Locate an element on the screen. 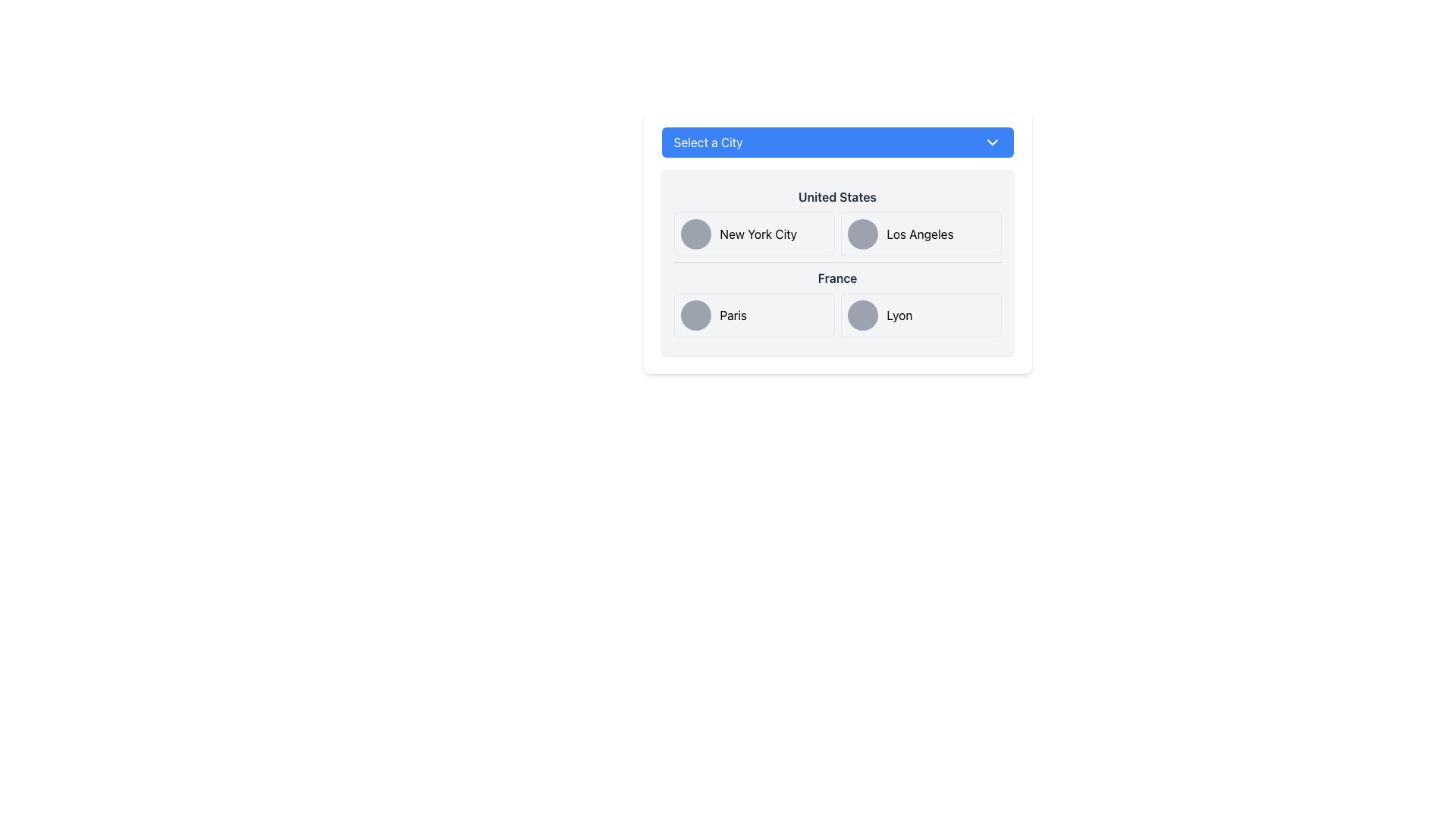 Image resolution: width=1456 pixels, height=819 pixels. the 'Lyon' button in the 'Select a City' dropdown menu is located at coordinates (920, 315).